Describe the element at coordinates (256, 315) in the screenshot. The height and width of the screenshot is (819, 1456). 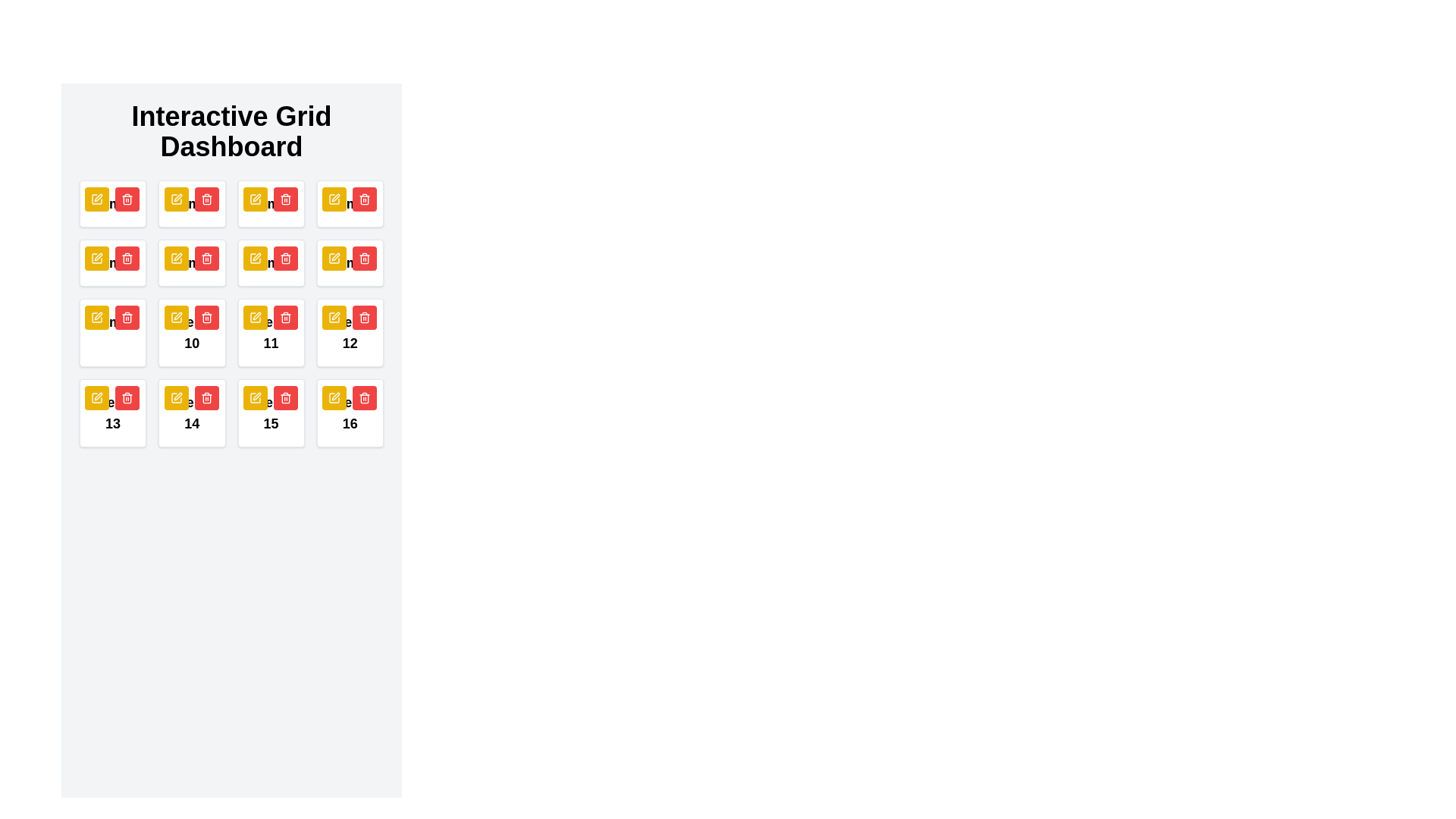
I see `the leftmost icon button in the grid cell labeled '11'` at that location.